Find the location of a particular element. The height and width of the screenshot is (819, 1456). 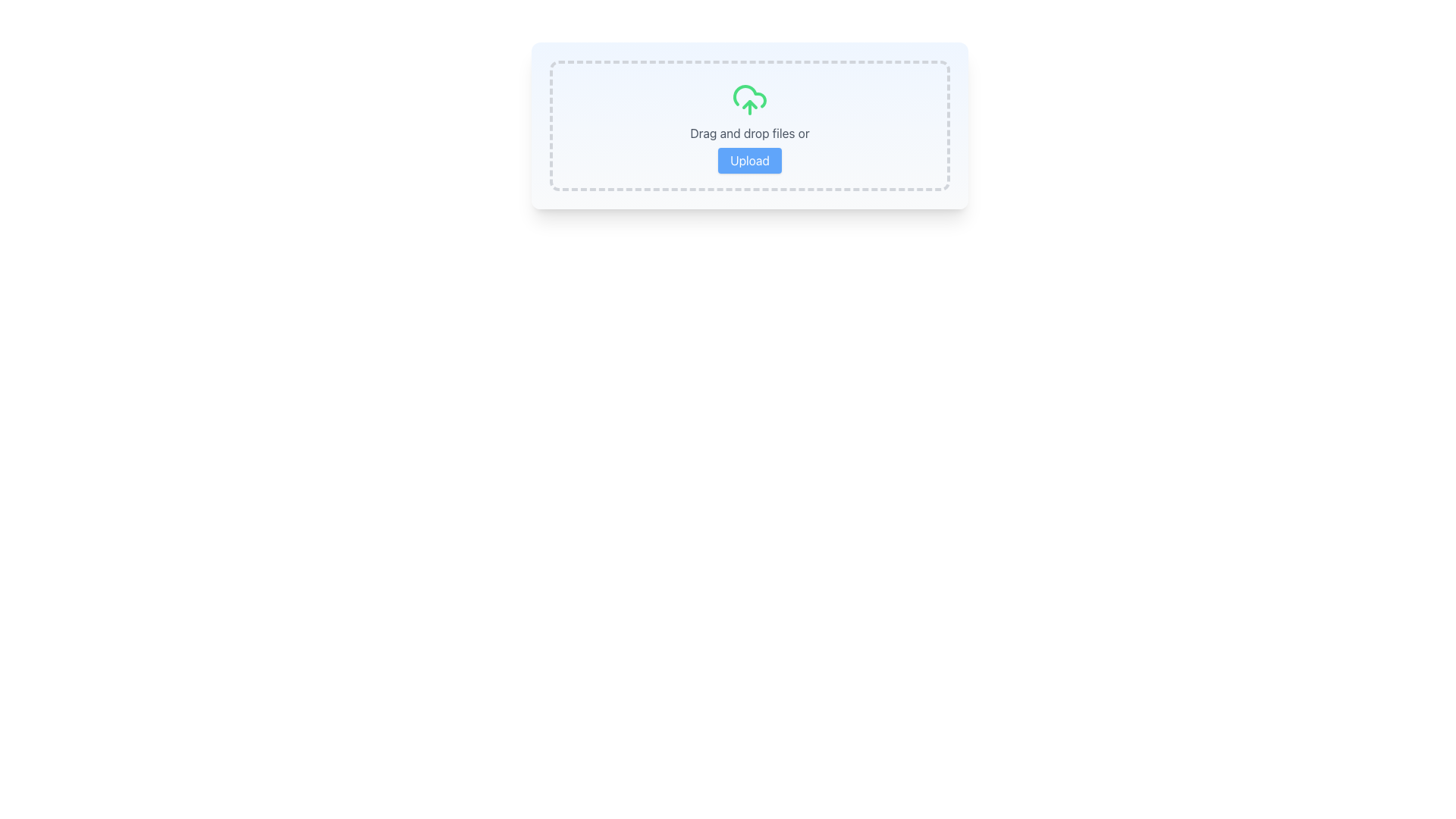

the green cloud icon with an upward-pointing arrow, which represents the file upload functionality is located at coordinates (749, 99).